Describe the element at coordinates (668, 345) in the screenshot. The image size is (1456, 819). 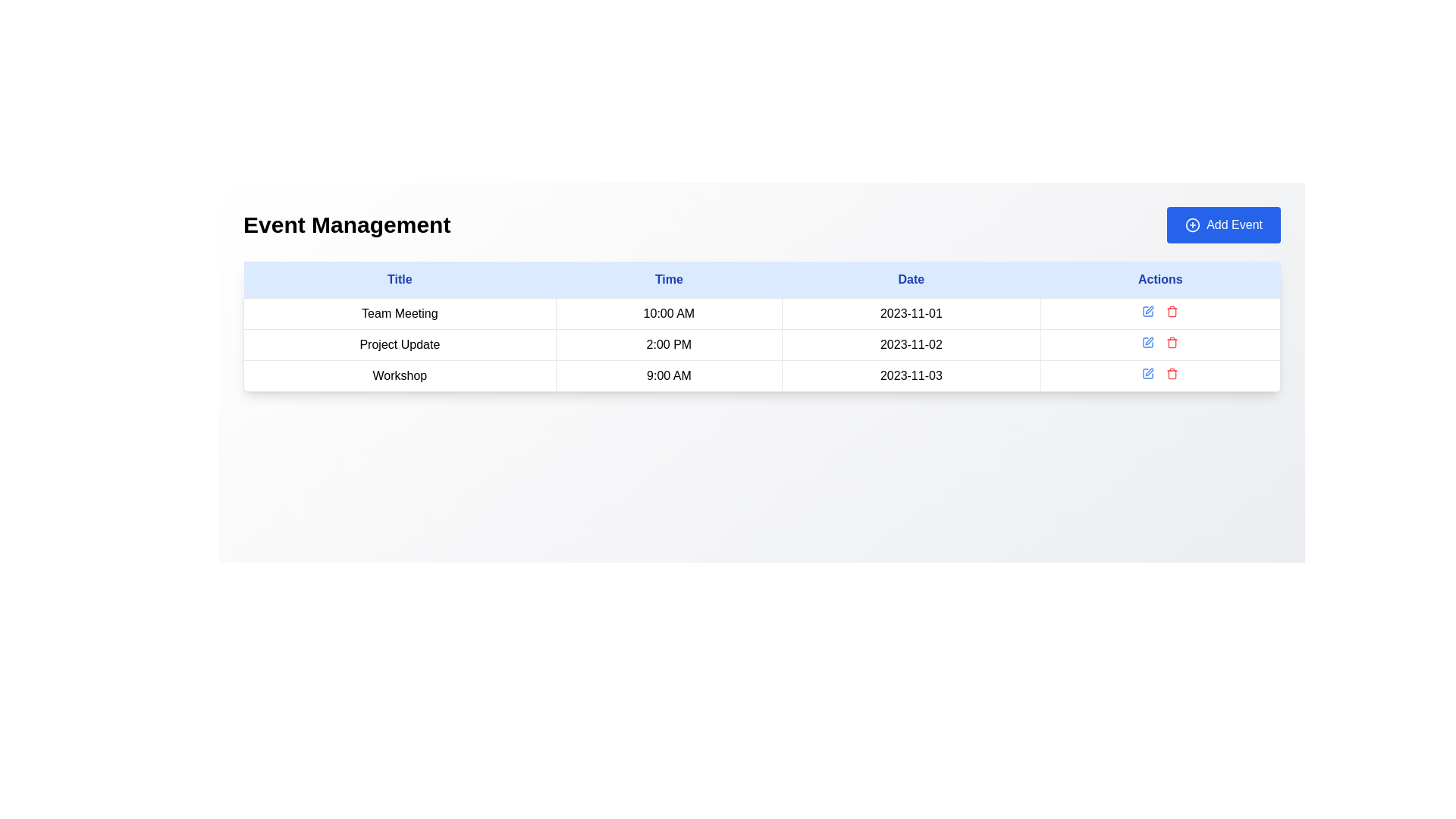
I see `the text label displaying '2:00 PM' which is located in the second row of the table in the 'Time' column, between 'Project Update' and '2023-11-02'` at that location.